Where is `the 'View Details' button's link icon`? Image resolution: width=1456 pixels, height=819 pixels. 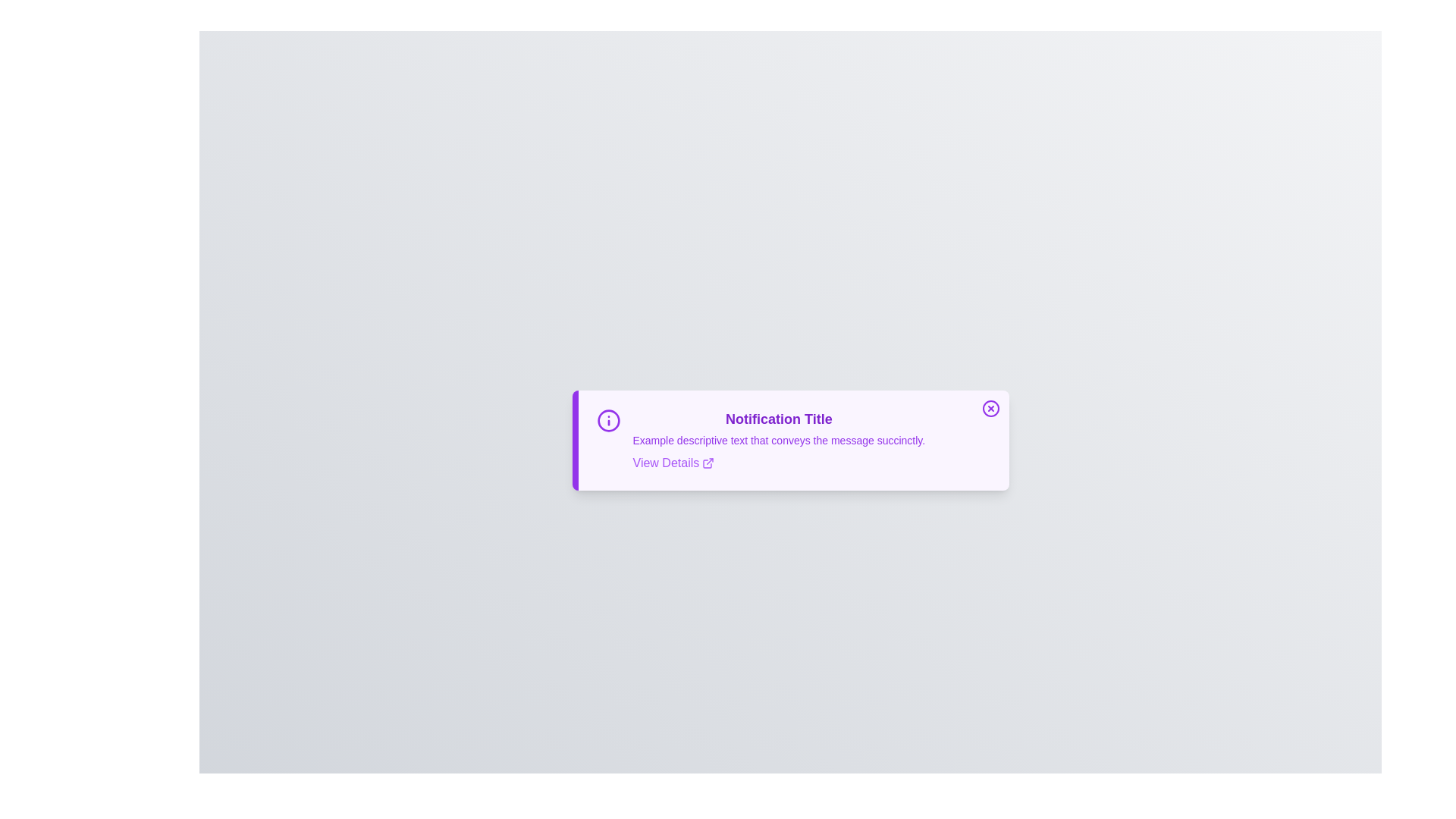
the 'View Details' button's link icon is located at coordinates (708, 462).